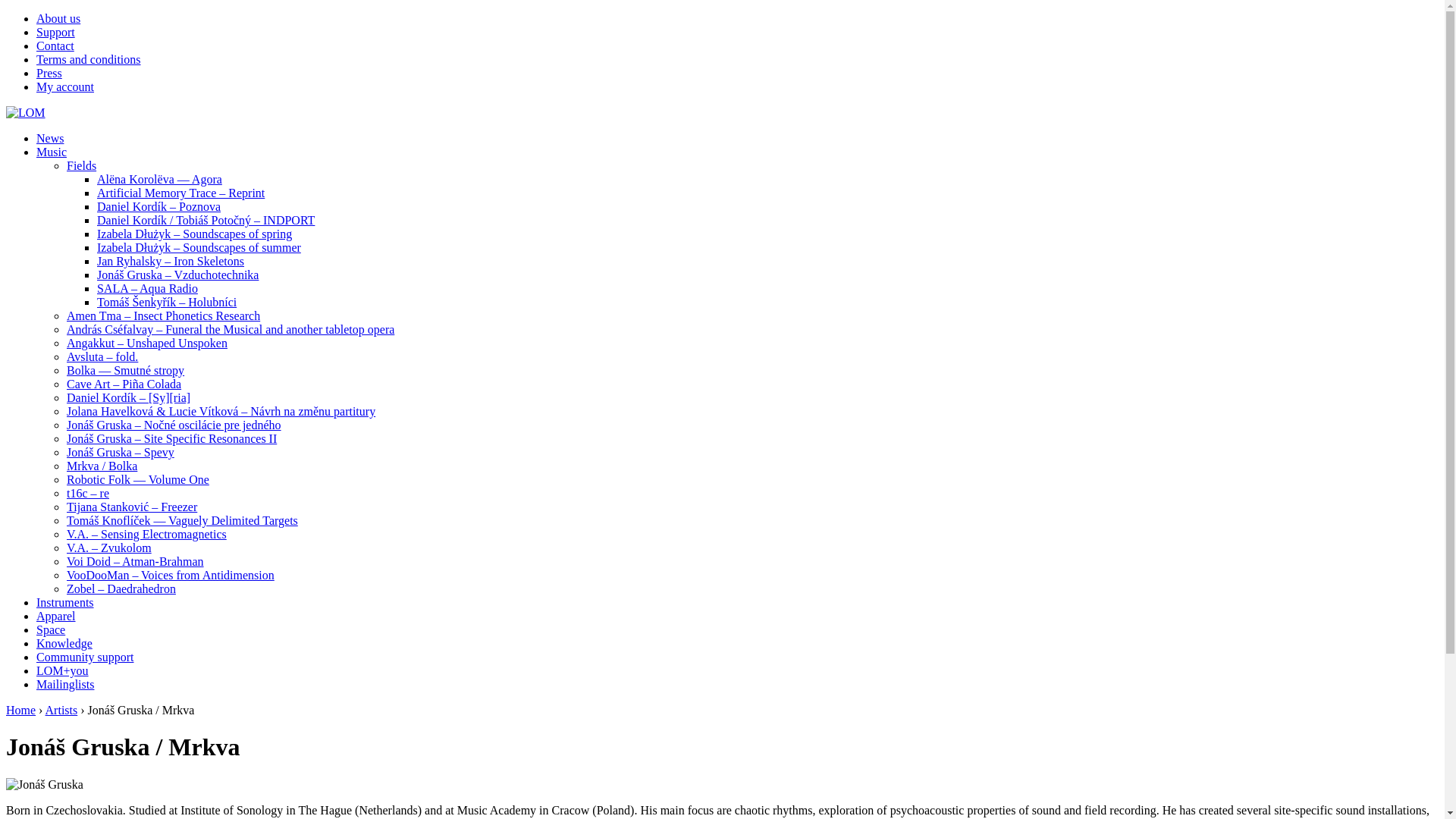  I want to click on 'Mailinglists', so click(64, 684).